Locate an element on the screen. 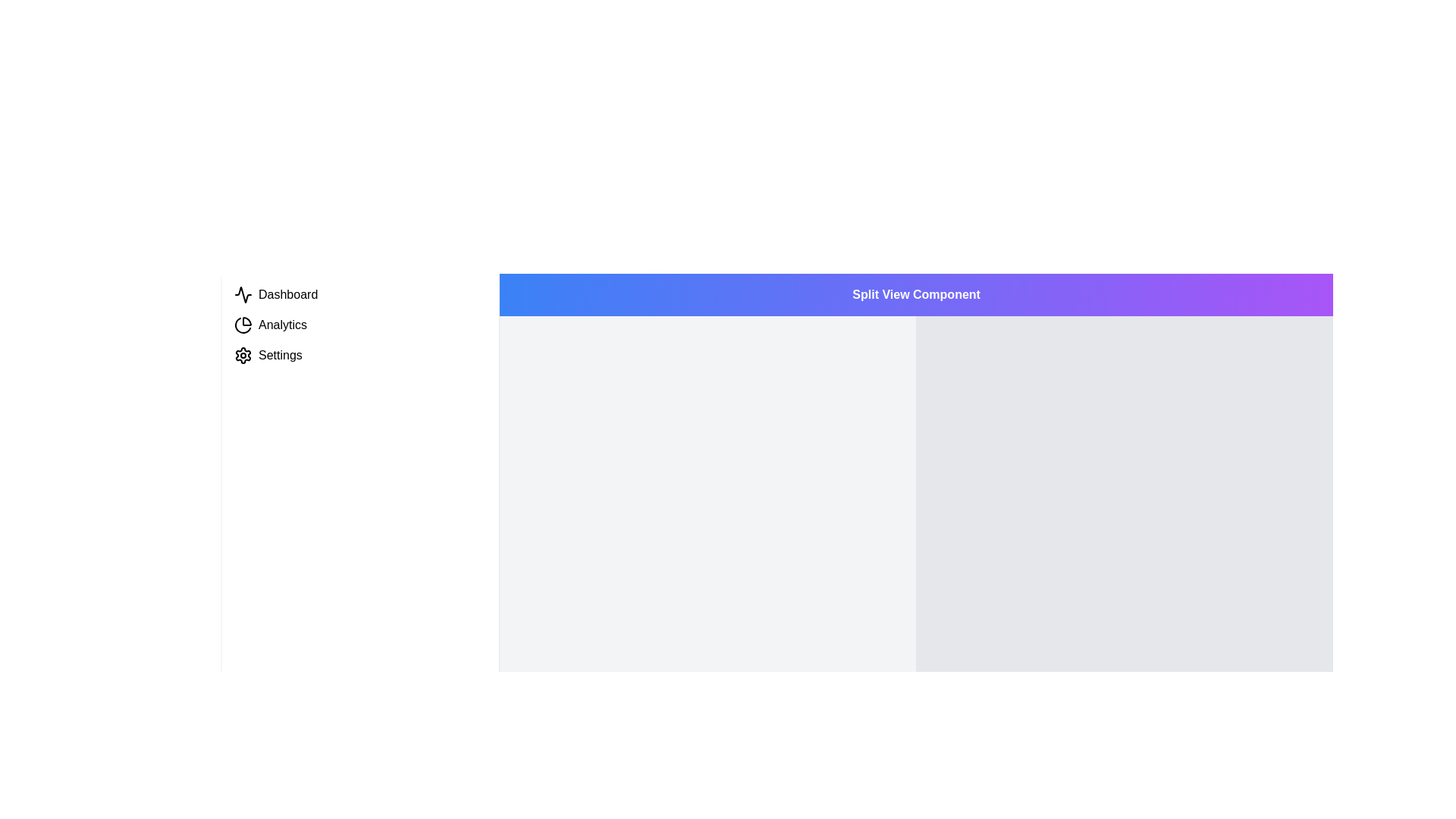  the circular gear-like icon with multiple radiating spokes located in the sidebar menu under the 'Settings' option is located at coordinates (243, 356).